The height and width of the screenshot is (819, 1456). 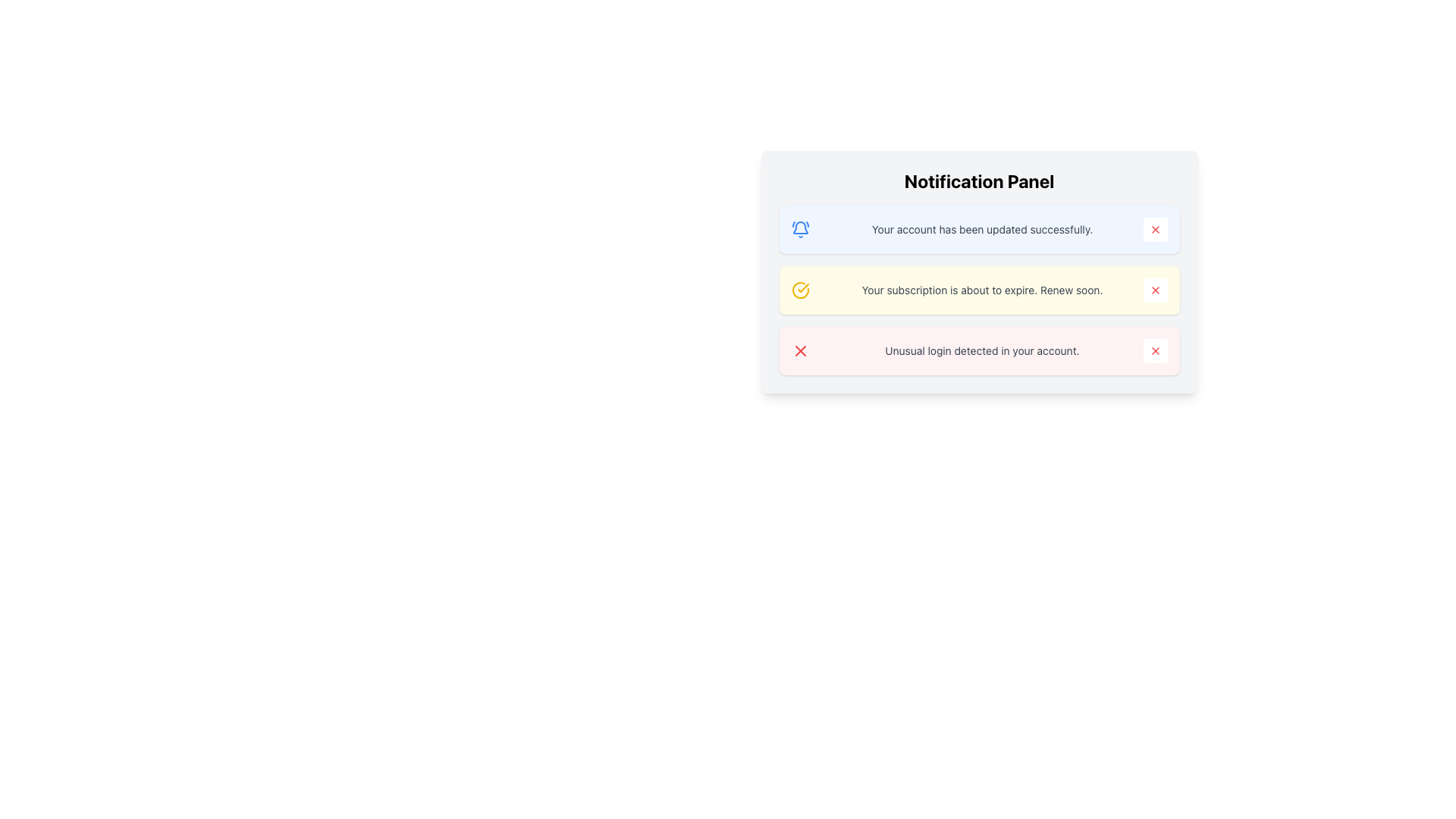 What do you see at coordinates (802, 288) in the screenshot?
I see `the checkmark icon located to the left of the notification message 'Your subscription is about to expire. Renew soon.' in the second notification item` at bounding box center [802, 288].